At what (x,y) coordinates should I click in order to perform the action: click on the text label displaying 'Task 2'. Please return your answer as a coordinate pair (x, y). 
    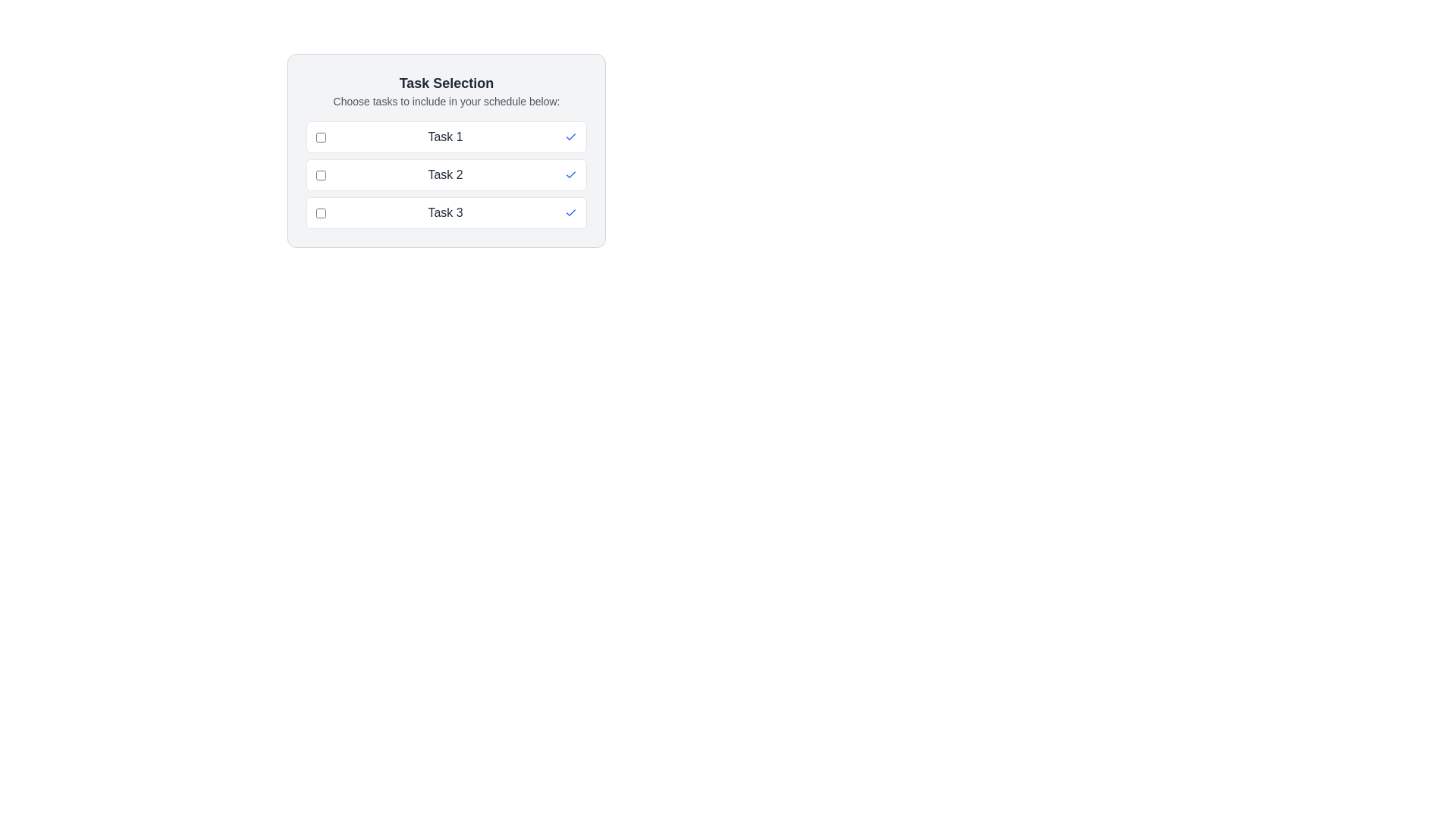
    Looking at the image, I should click on (444, 174).